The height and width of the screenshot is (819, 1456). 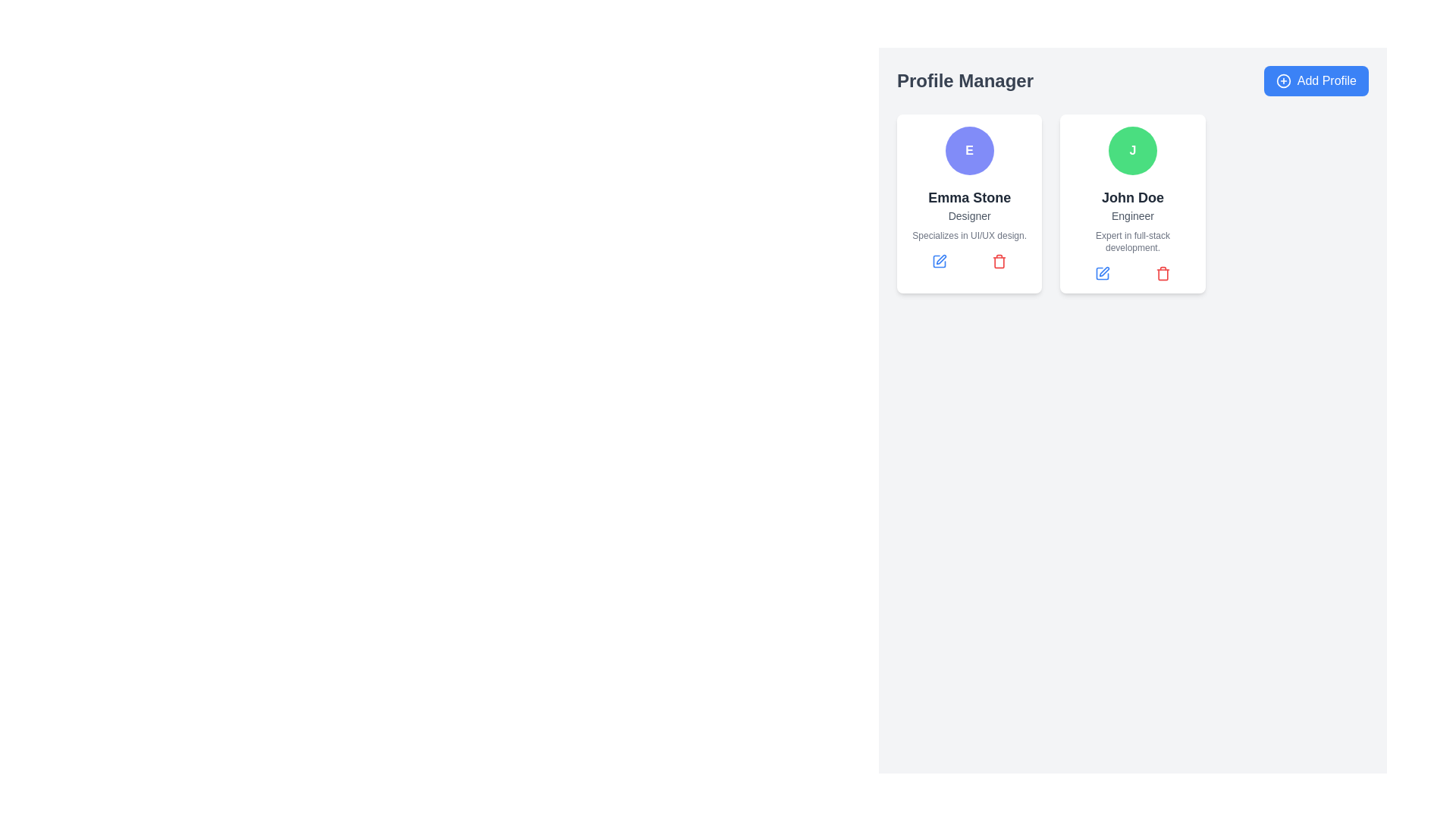 What do you see at coordinates (1132, 151) in the screenshot?
I see `the avatar representing user 'John Doe' located at the top-center of the rightmost card in the profile layout` at bounding box center [1132, 151].